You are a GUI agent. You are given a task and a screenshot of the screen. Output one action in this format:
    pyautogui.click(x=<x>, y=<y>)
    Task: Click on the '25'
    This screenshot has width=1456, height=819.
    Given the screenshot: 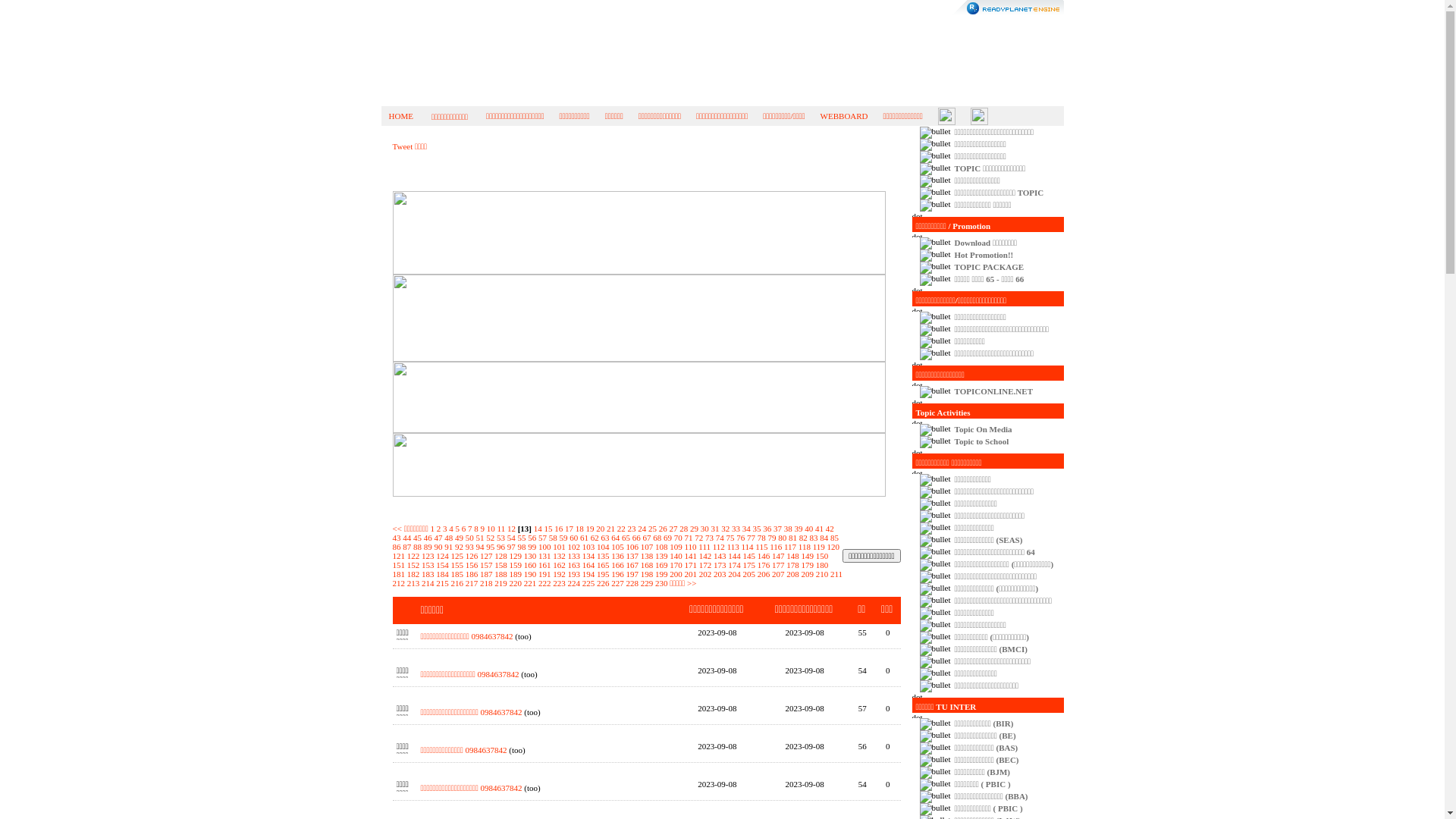 What is the action you would take?
    pyautogui.click(x=652, y=528)
    